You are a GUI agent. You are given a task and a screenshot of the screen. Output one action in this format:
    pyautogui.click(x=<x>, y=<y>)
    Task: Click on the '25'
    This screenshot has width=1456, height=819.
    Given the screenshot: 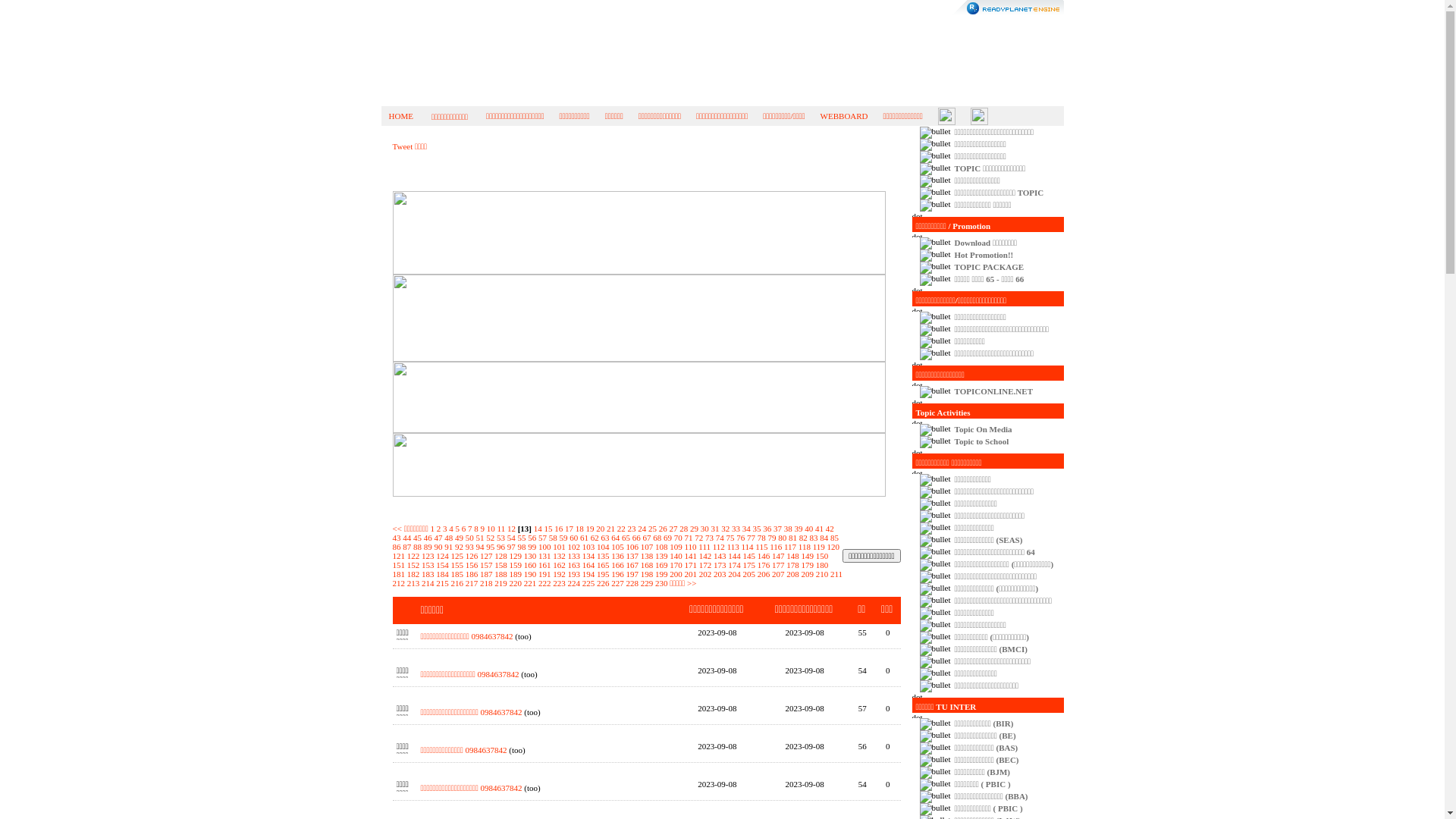 What is the action you would take?
    pyautogui.click(x=652, y=528)
    